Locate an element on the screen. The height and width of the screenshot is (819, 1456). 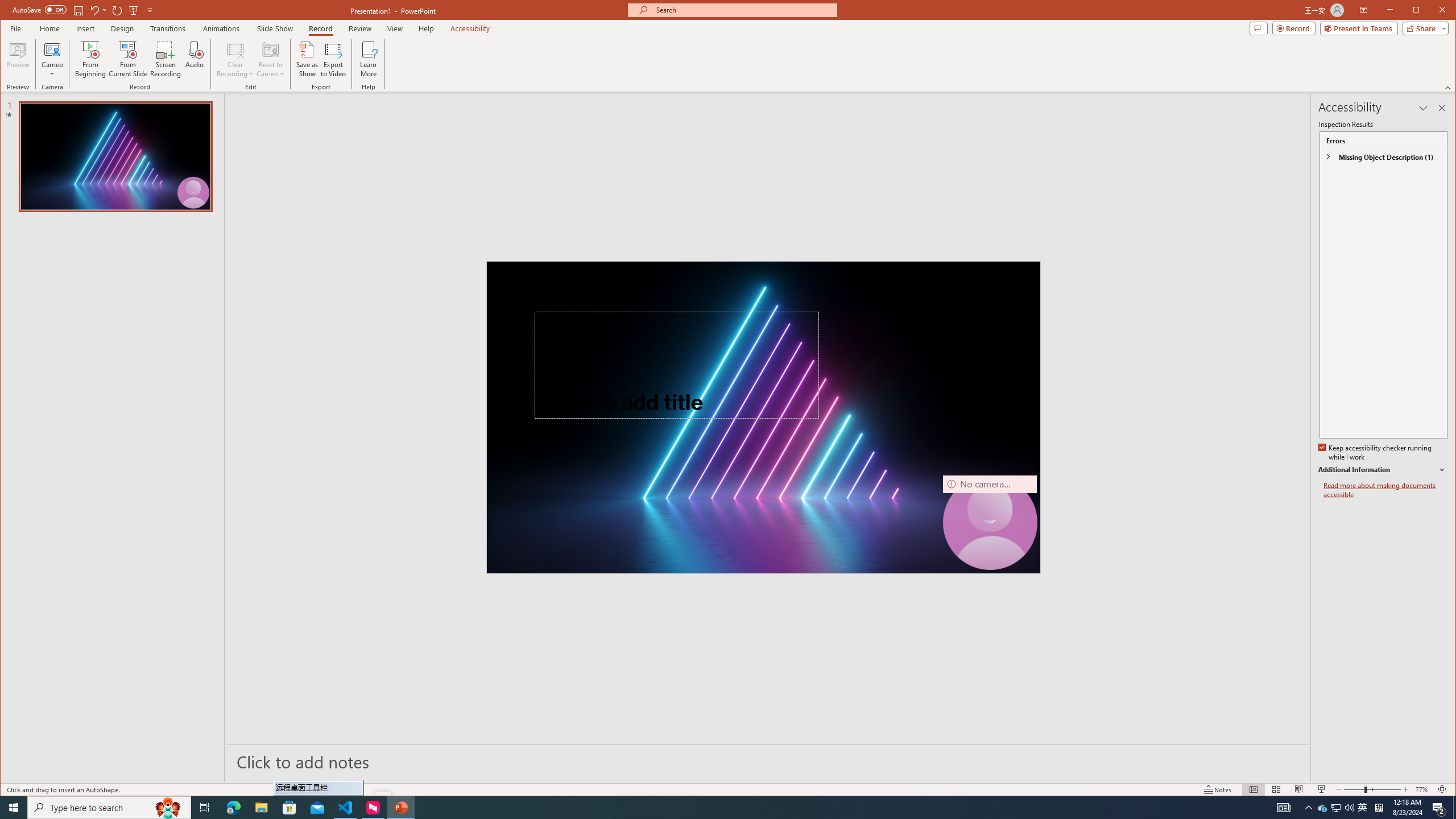
'Clear Recording' is located at coordinates (234, 59).